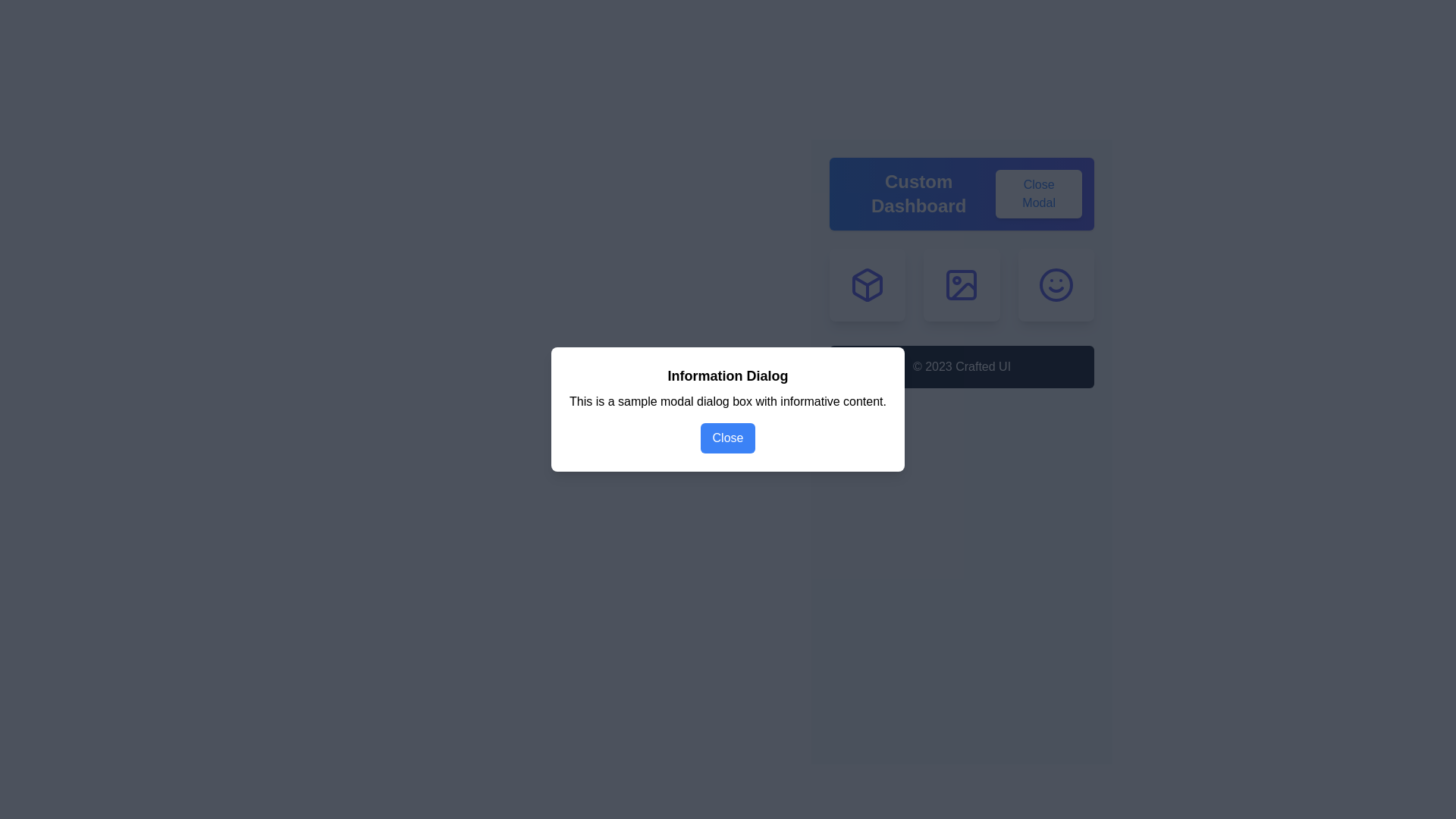  I want to click on the indigo image icon with a rounded rectangular outline that features smaller shapes like a circle and a mountain design, located in the second position of a three-icon grid layout, so click(961, 284).